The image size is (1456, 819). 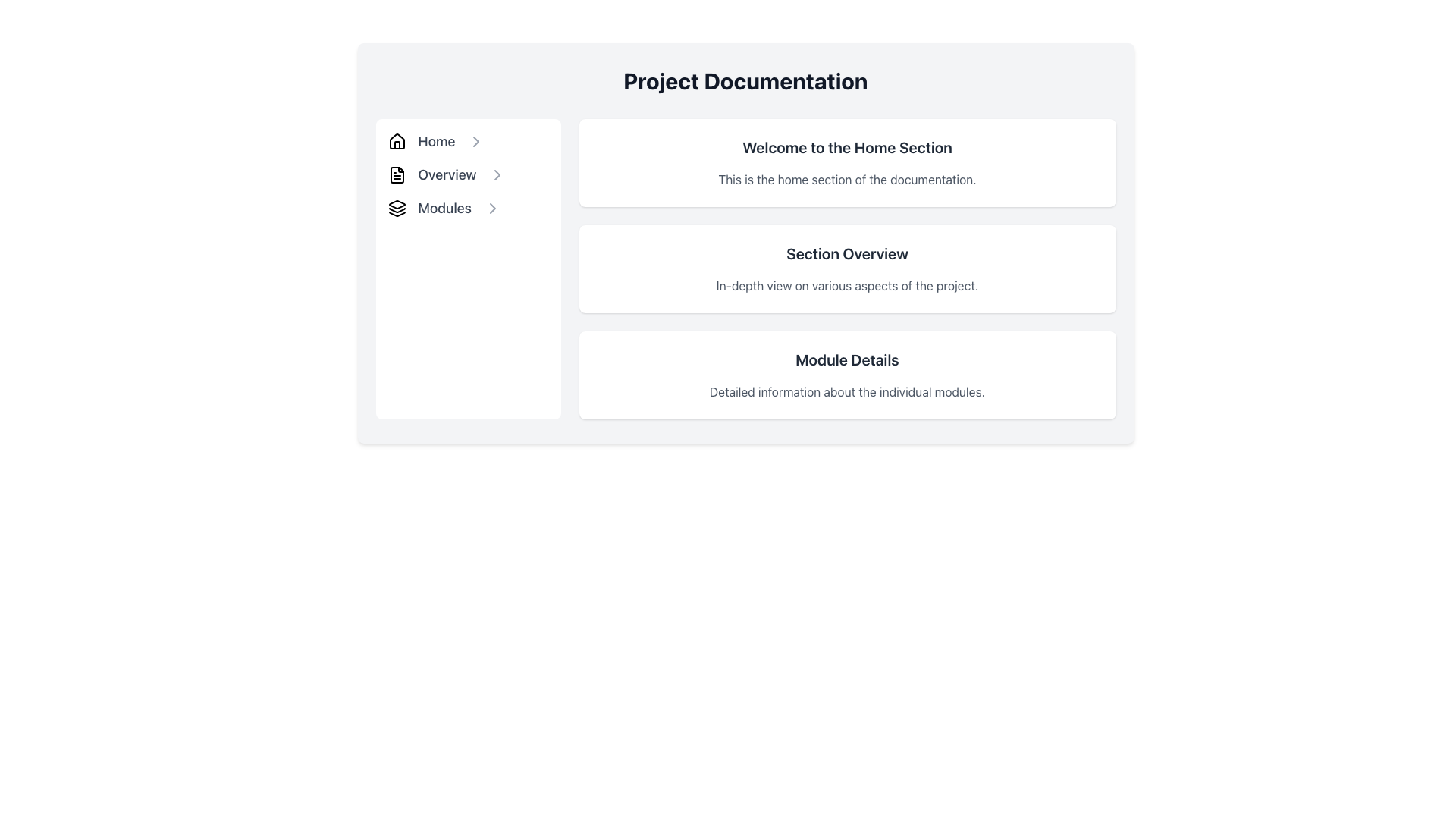 What do you see at coordinates (467, 174) in the screenshot?
I see `the 'Overview' navigation link, which is the second item in the vertical navigation list on the left side of the interface, featuring a document-like icon and a chevron icon` at bounding box center [467, 174].